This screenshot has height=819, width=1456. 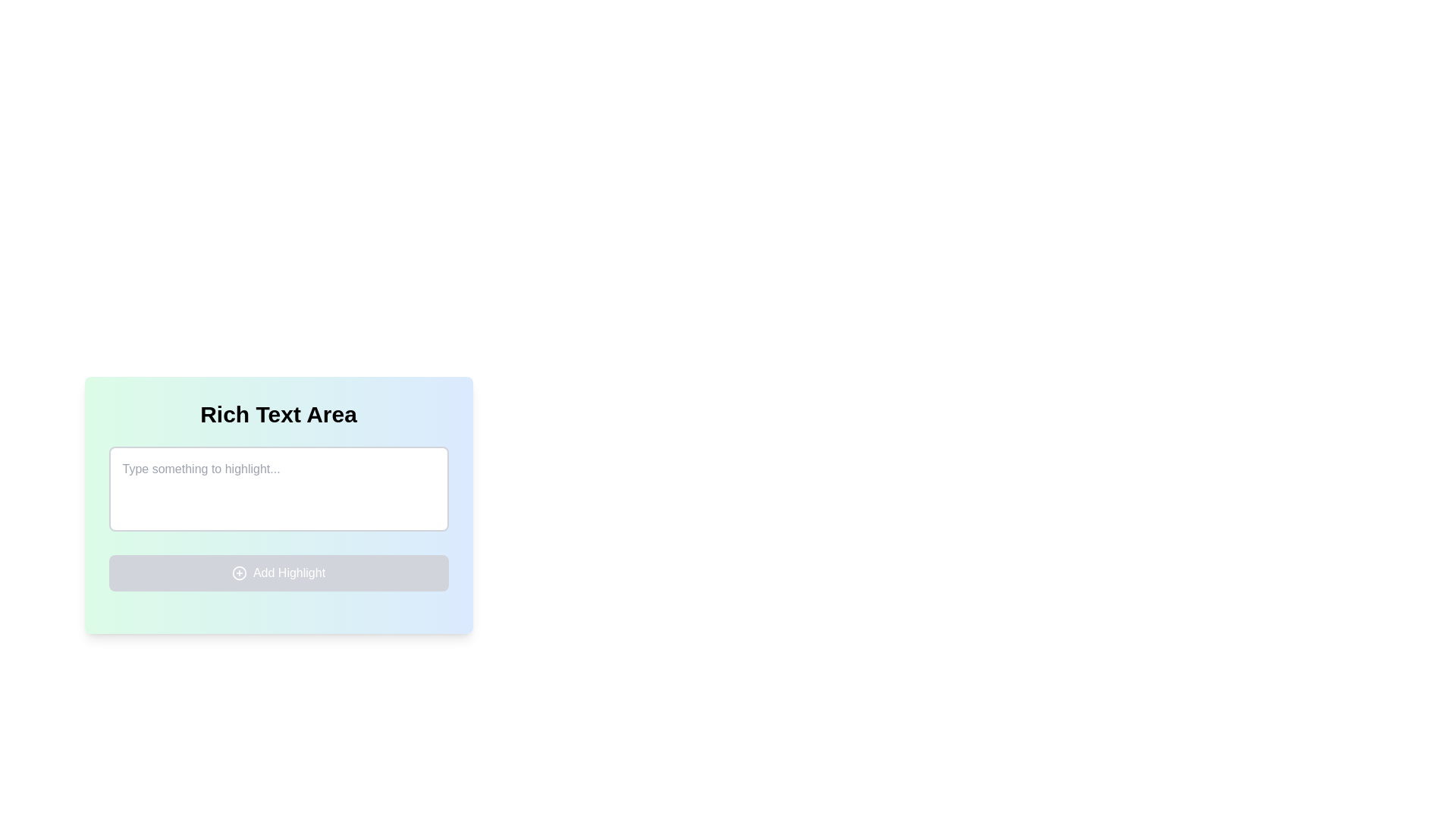 What do you see at coordinates (278, 415) in the screenshot?
I see `the Textual Label that serves as a heading for the textarea input field, located at the upper section of a card-style component with a gradient background` at bounding box center [278, 415].